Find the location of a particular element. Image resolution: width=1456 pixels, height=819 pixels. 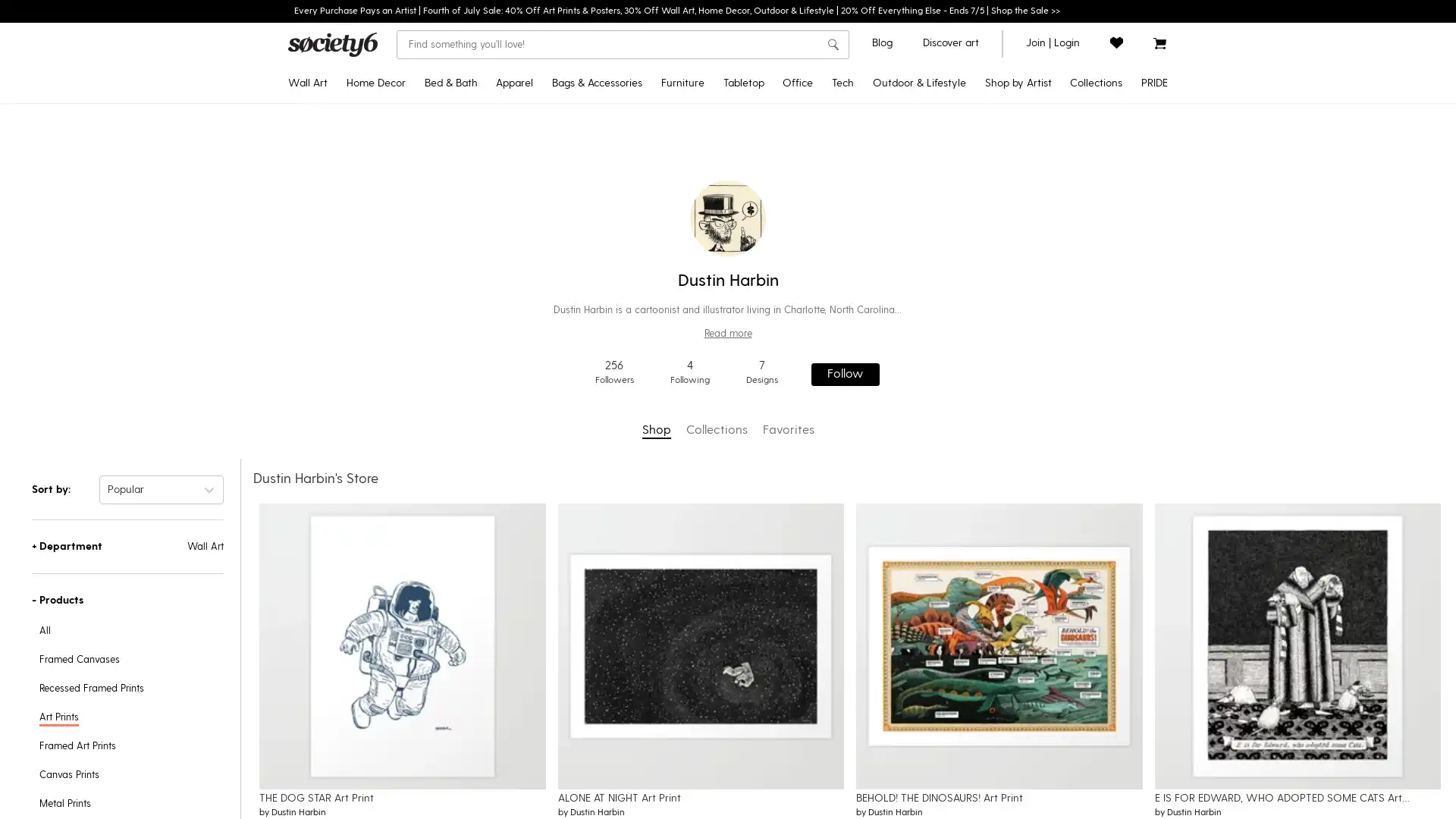

Tapestries is located at coordinates (356, 243).